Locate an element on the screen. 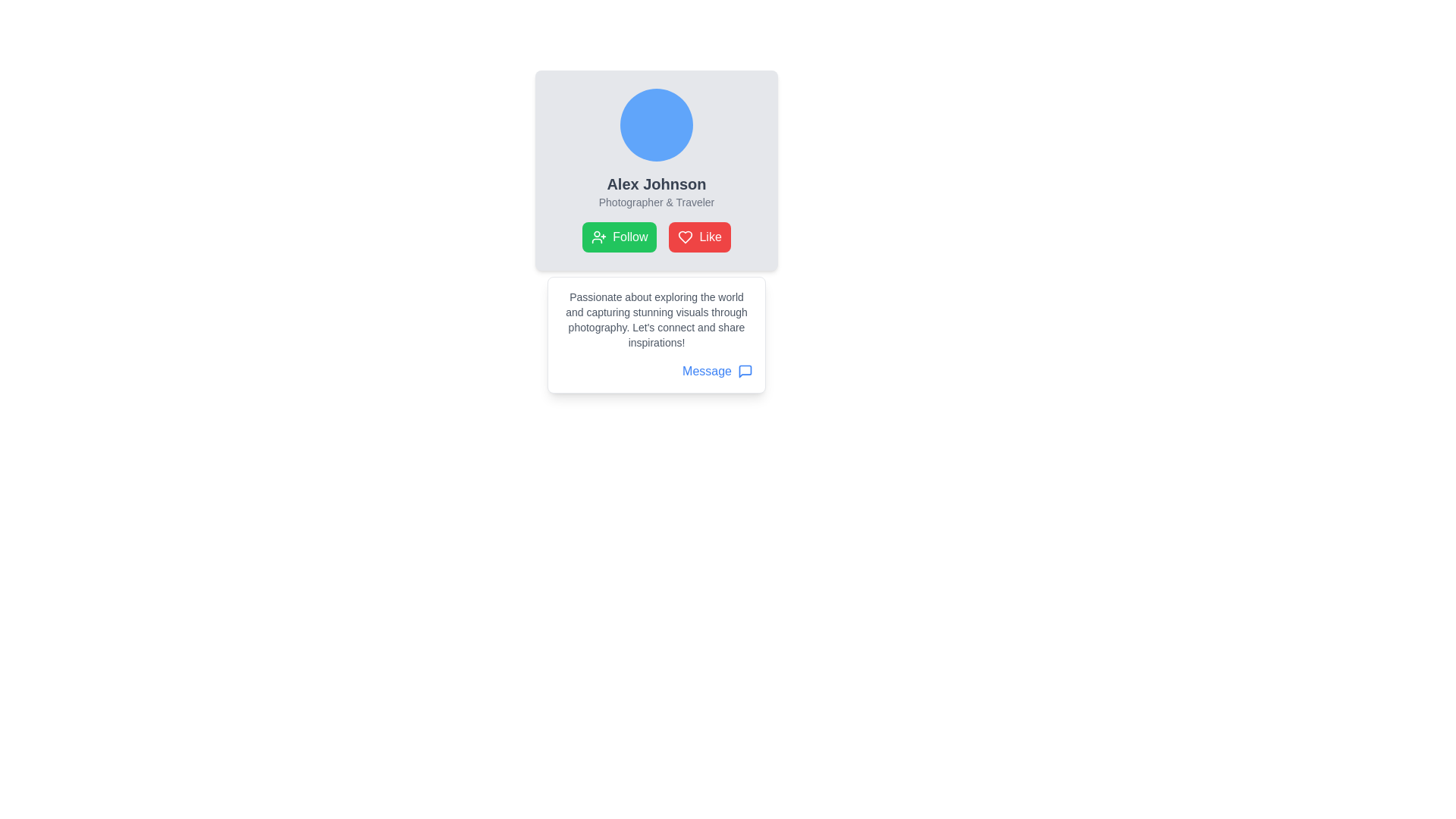  the follow icon located within the green button labeled 'Follow', positioned to the left of the red 'Like' button under the user profile section is located at coordinates (598, 237).